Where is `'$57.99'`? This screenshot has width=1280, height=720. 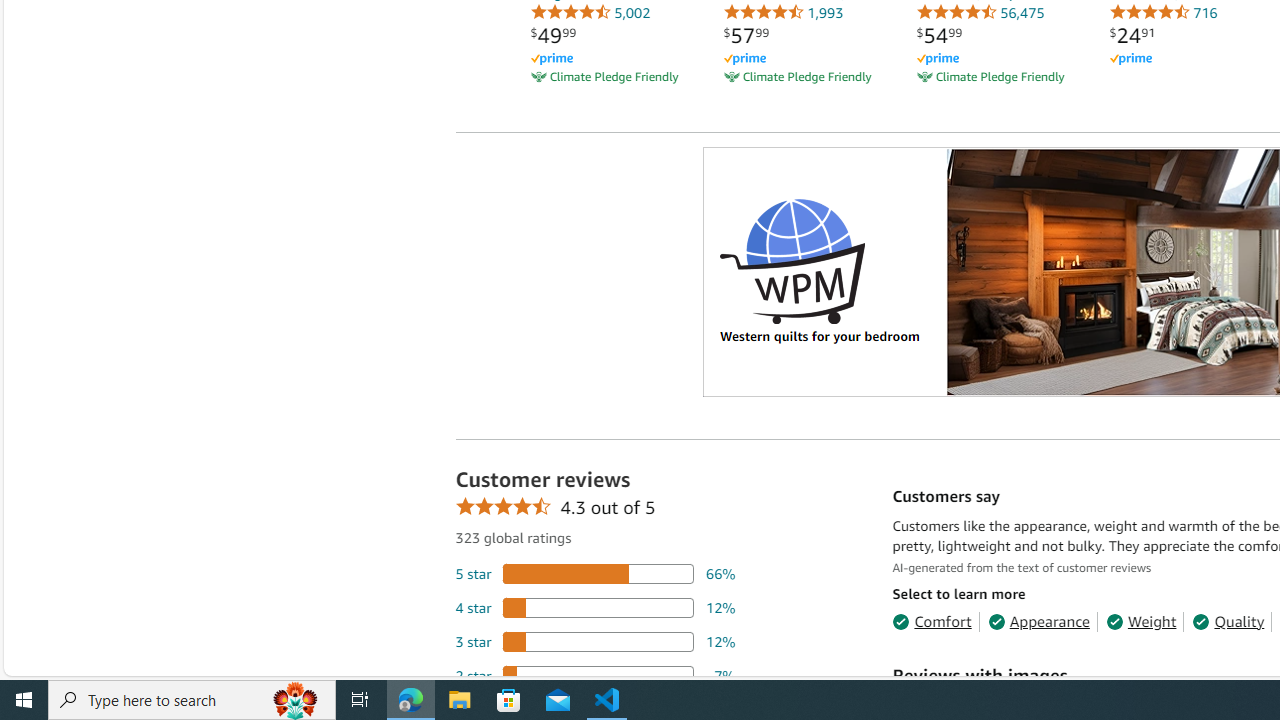 '$57.99' is located at coordinates (745, 35).